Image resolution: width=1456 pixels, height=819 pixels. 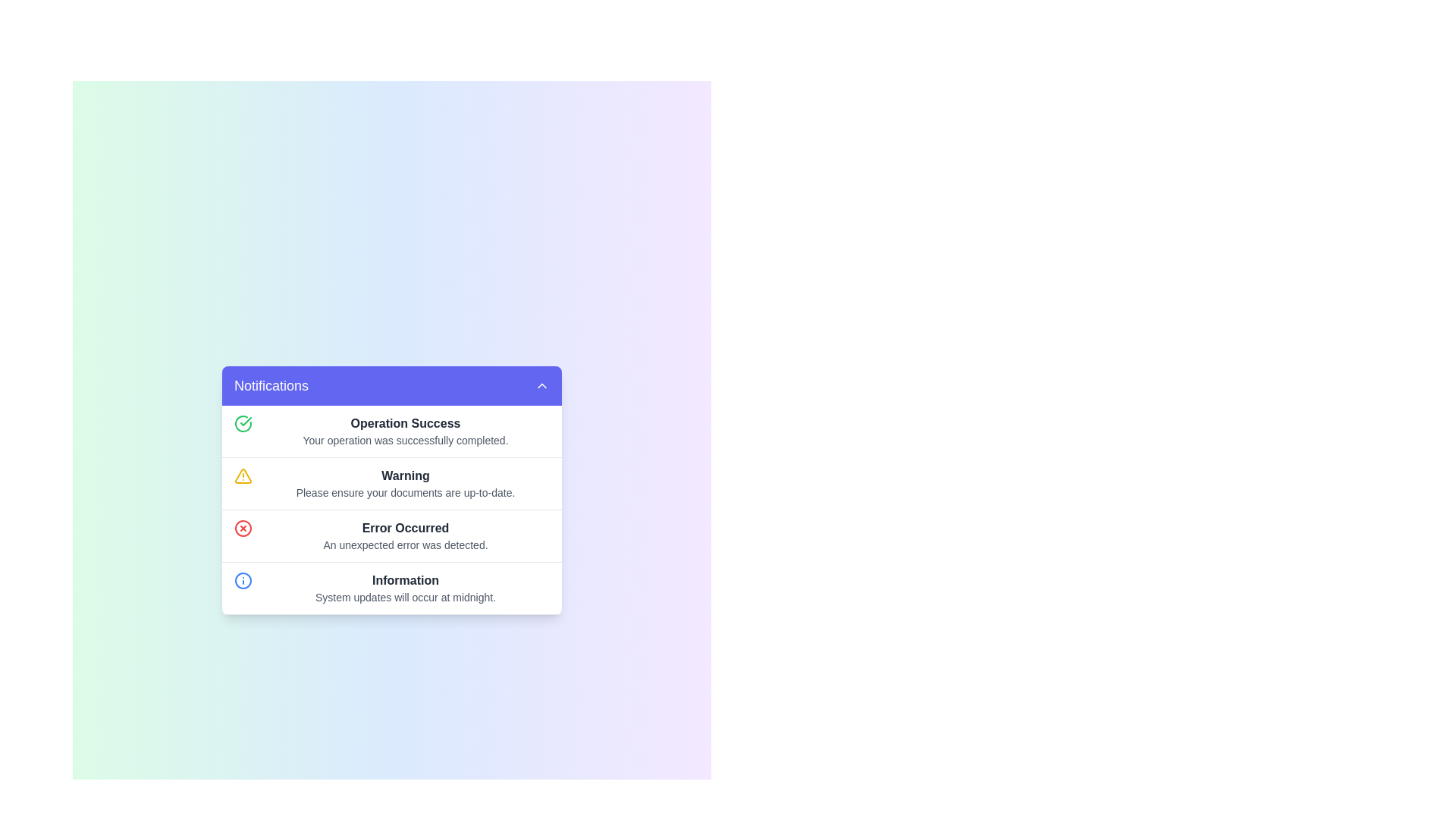 What do you see at coordinates (243, 528) in the screenshot?
I see `the red circular icon with a cross inside, which is the third item in the list of notification messages labeled 'Error Occurred'` at bounding box center [243, 528].